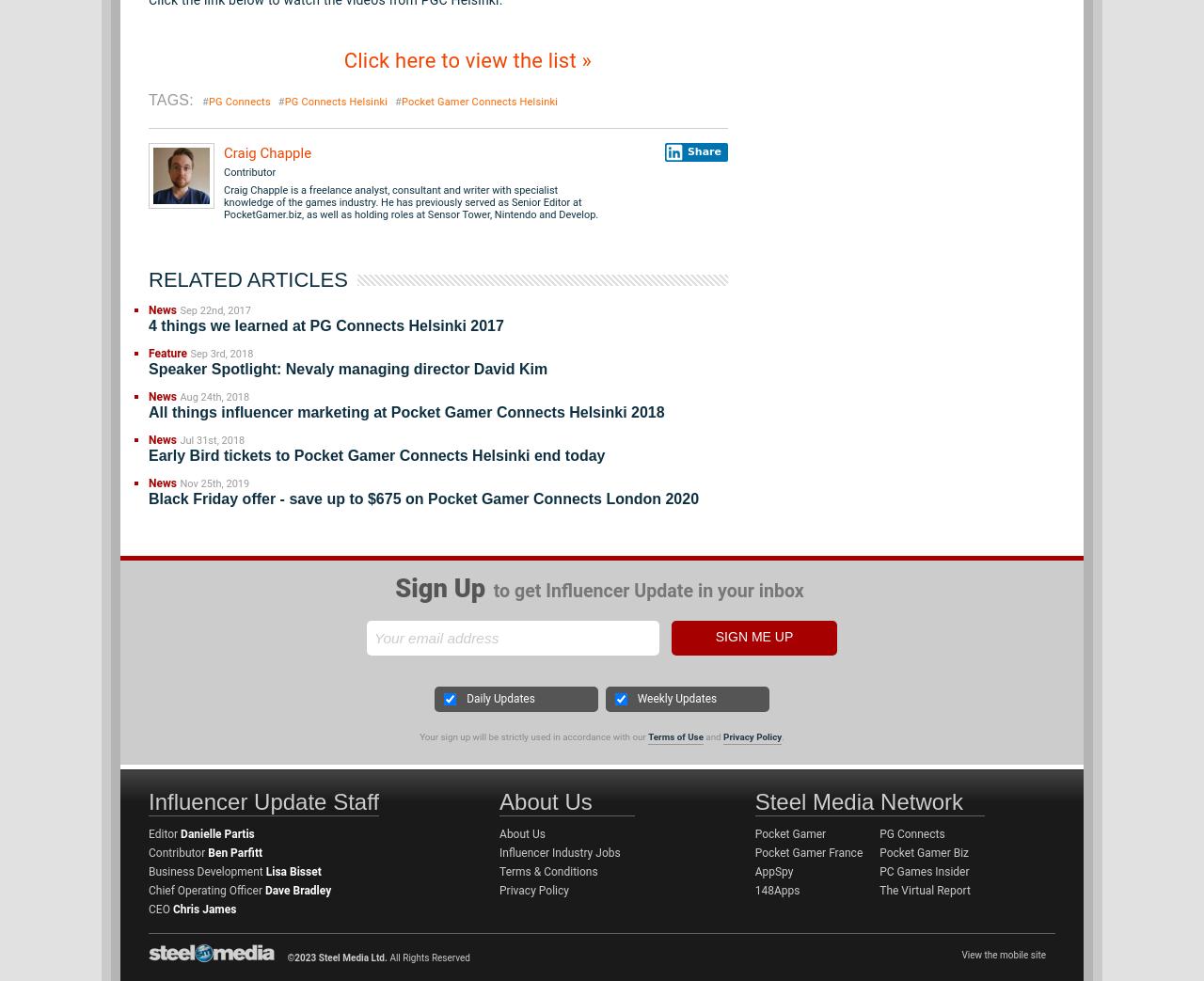  I want to click on 'Feature', so click(167, 354).